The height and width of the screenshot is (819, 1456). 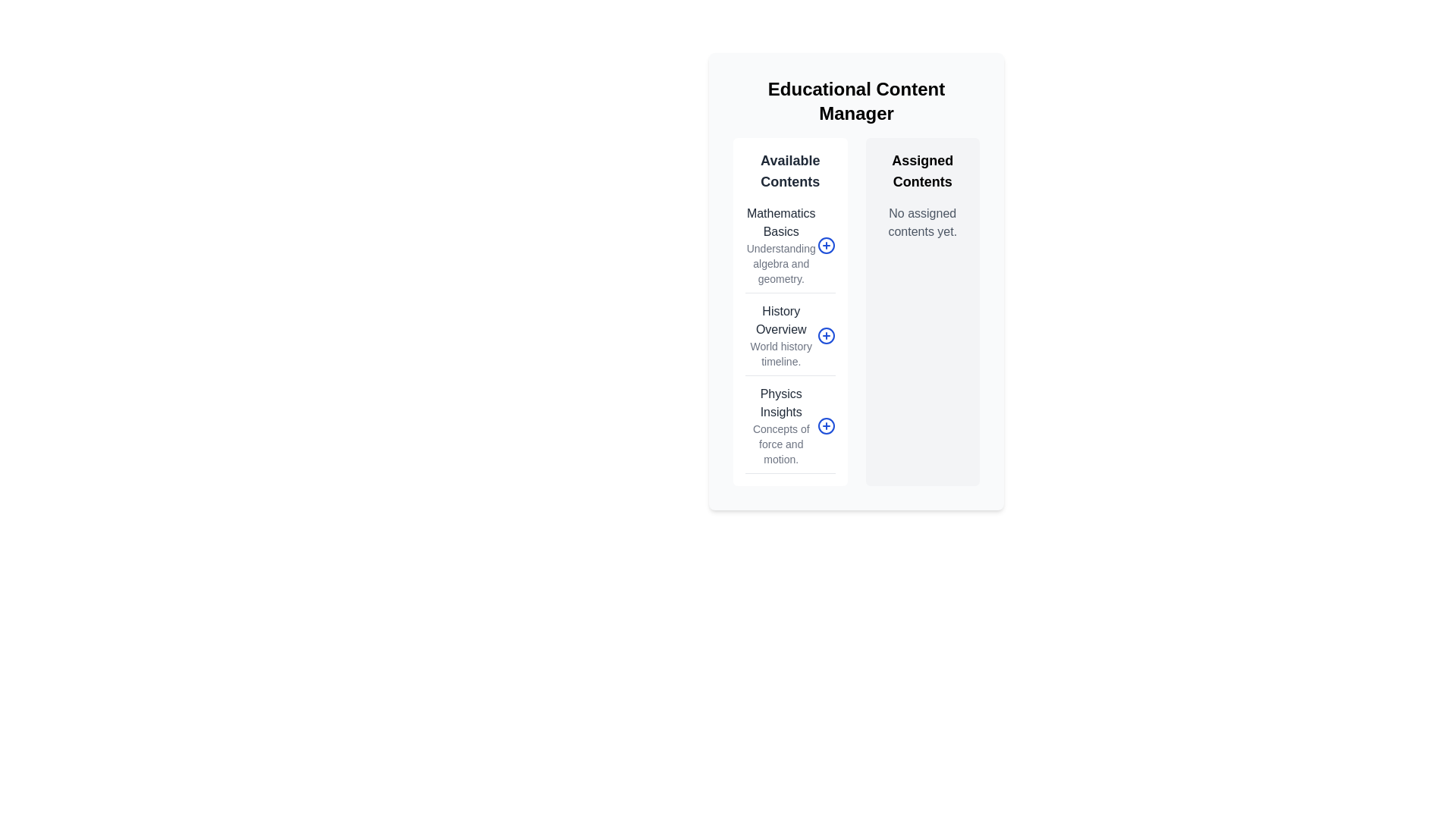 What do you see at coordinates (789, 429) in the screenshot?
I see `the List Item titled 'Physics Insights' which includes a description 'Concepts of force and motion.' and a blue circular '+' icon to its right` at bounding box center [789, 429].